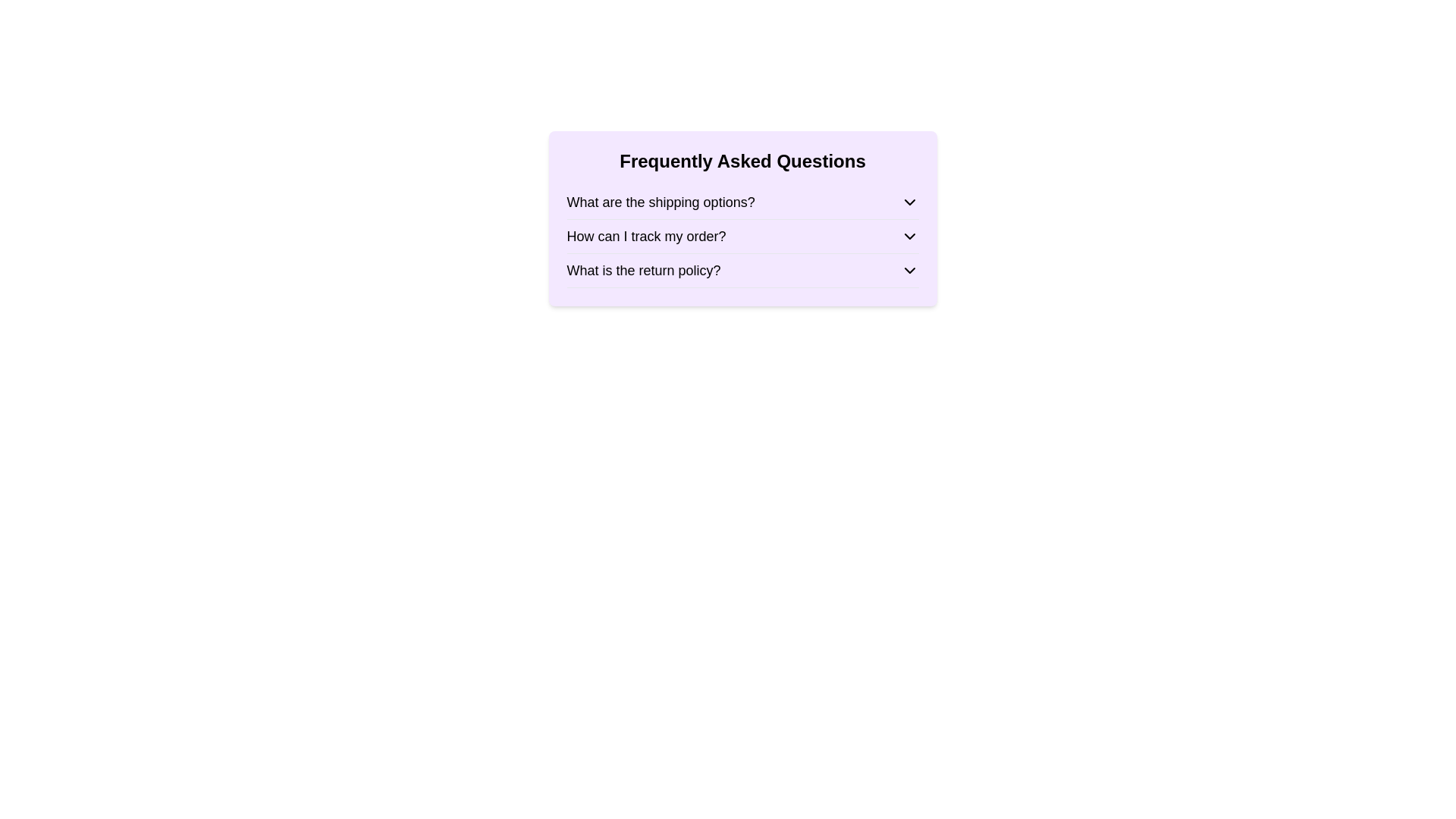 This screenshot has width=1456, height=819. Describe the element at coordinates (742, 237) in the screenshot. I see `the Expandable FAQ item with the question 'How can I track my order?'` at that location.